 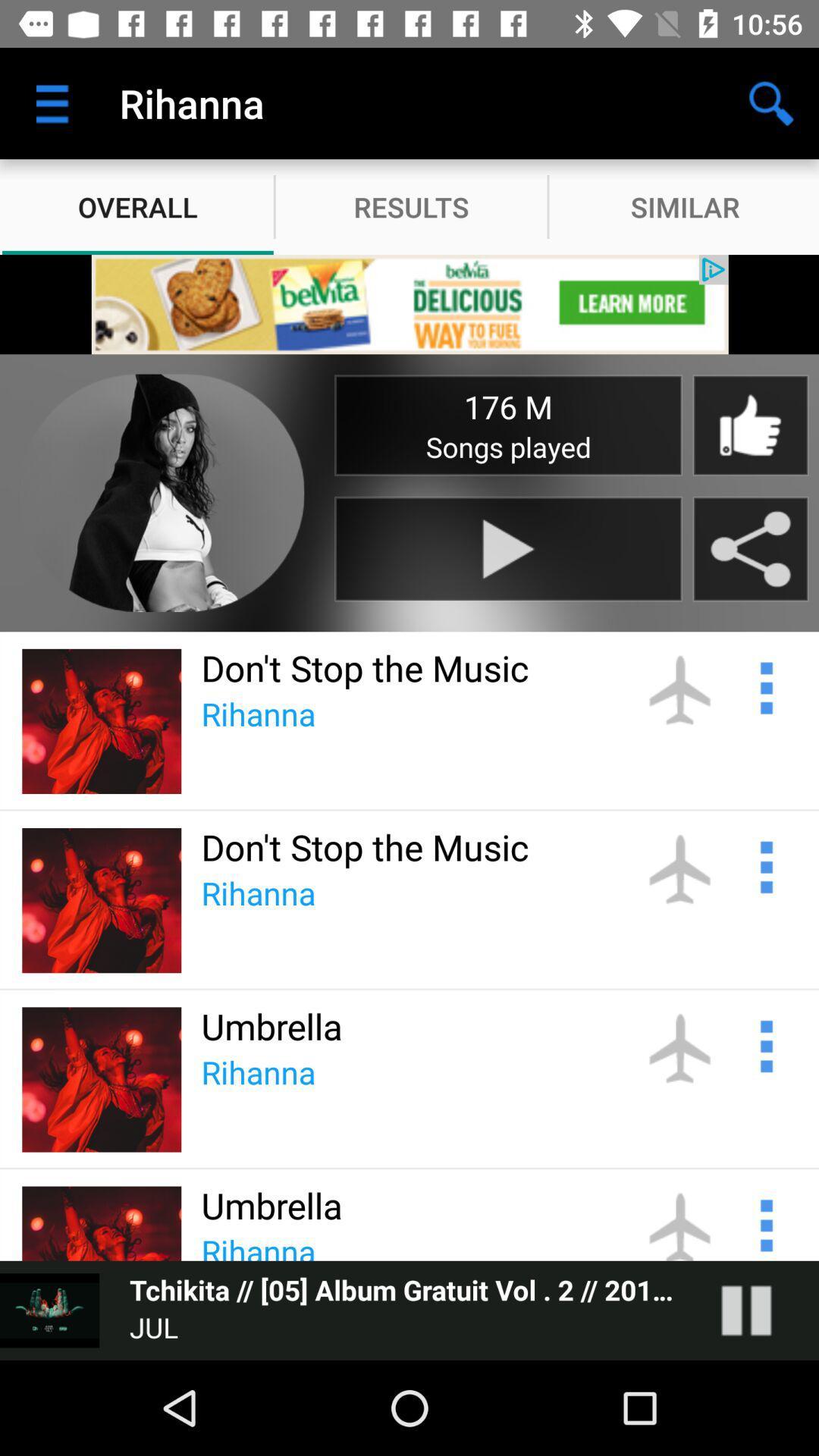 I want to click on share the article, so click(x=764, y=685).